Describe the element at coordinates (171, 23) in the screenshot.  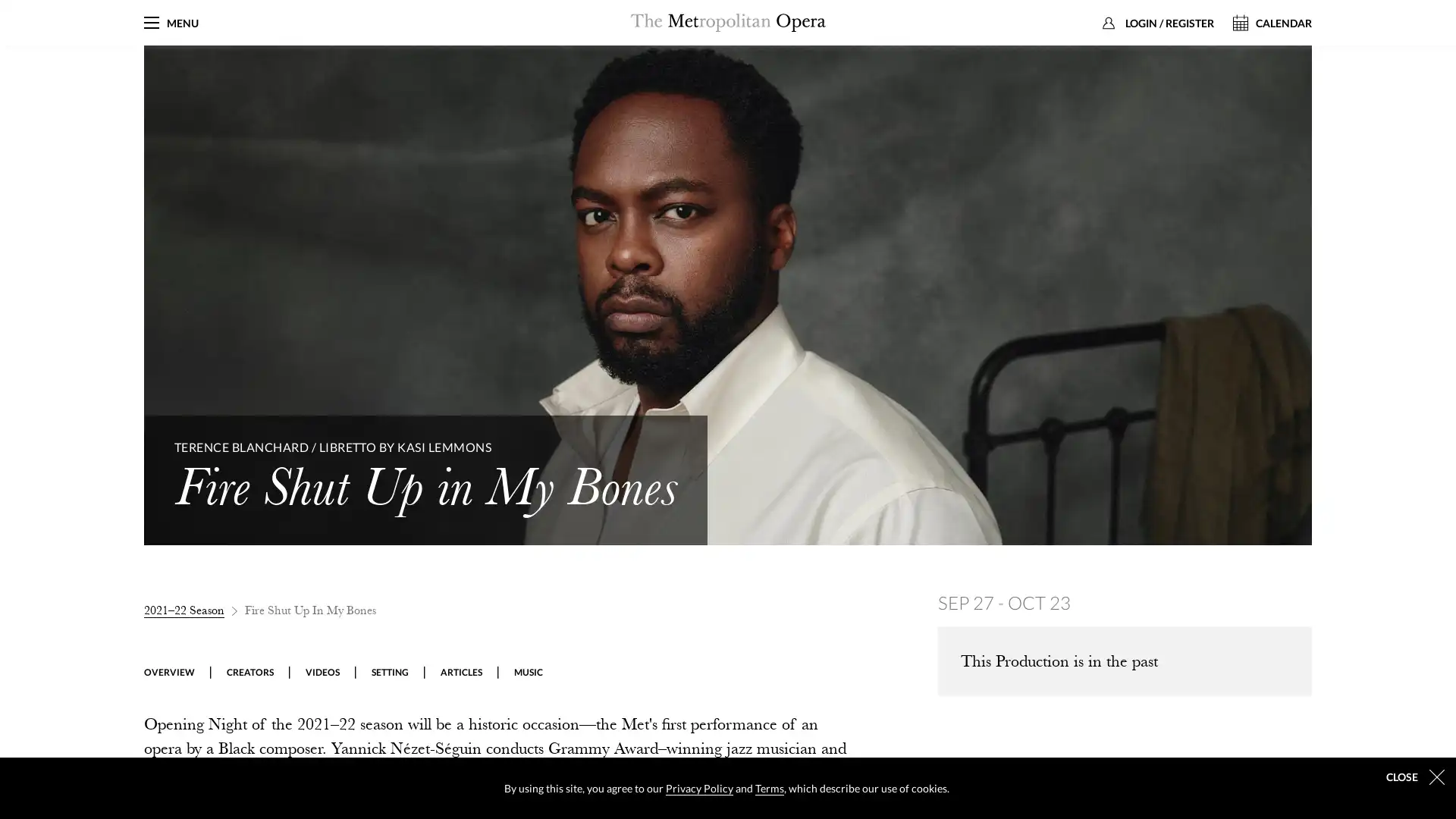
I see `MENU` at that location.